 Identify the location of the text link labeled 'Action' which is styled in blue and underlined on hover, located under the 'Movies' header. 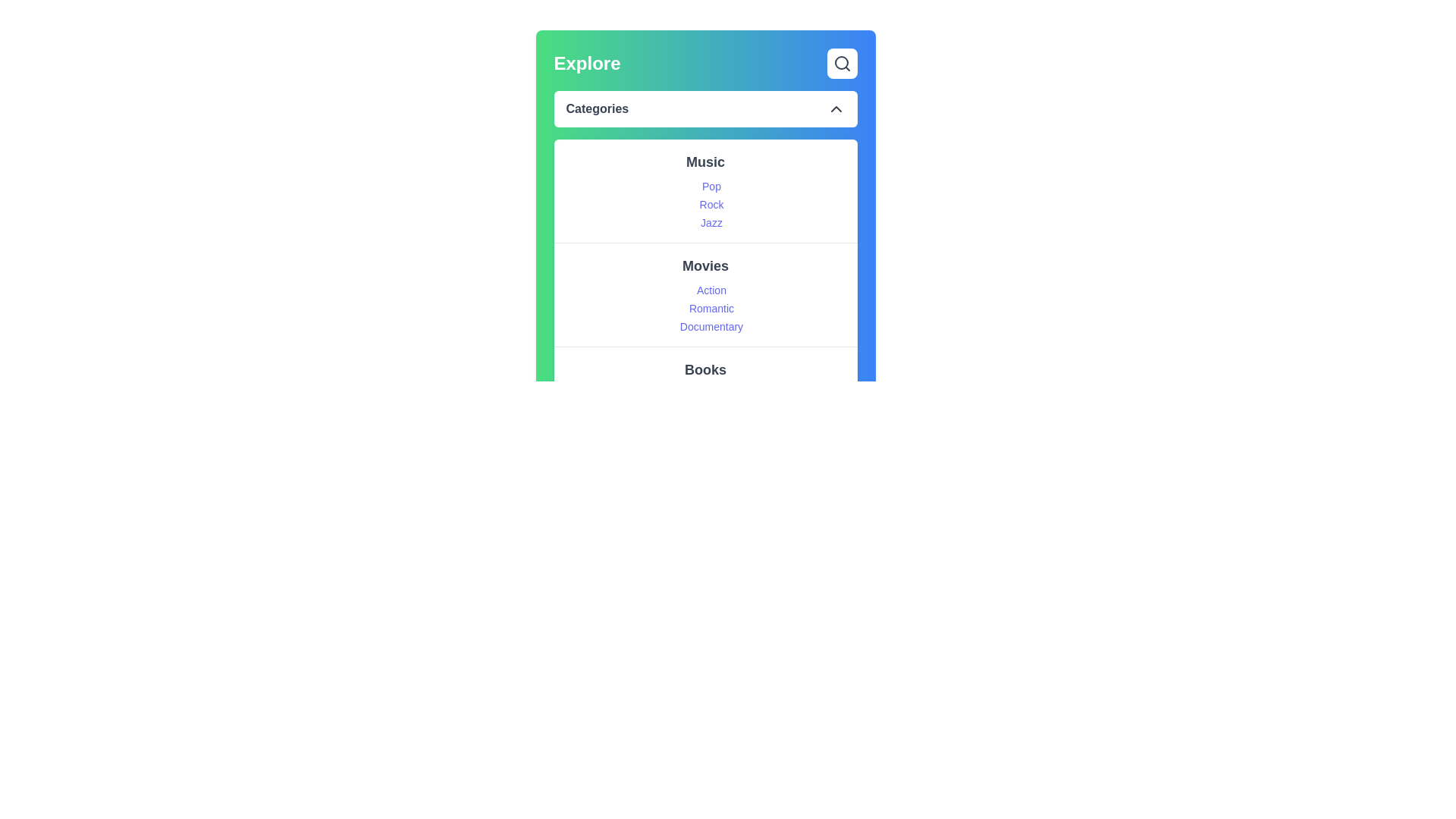
(711, 290).